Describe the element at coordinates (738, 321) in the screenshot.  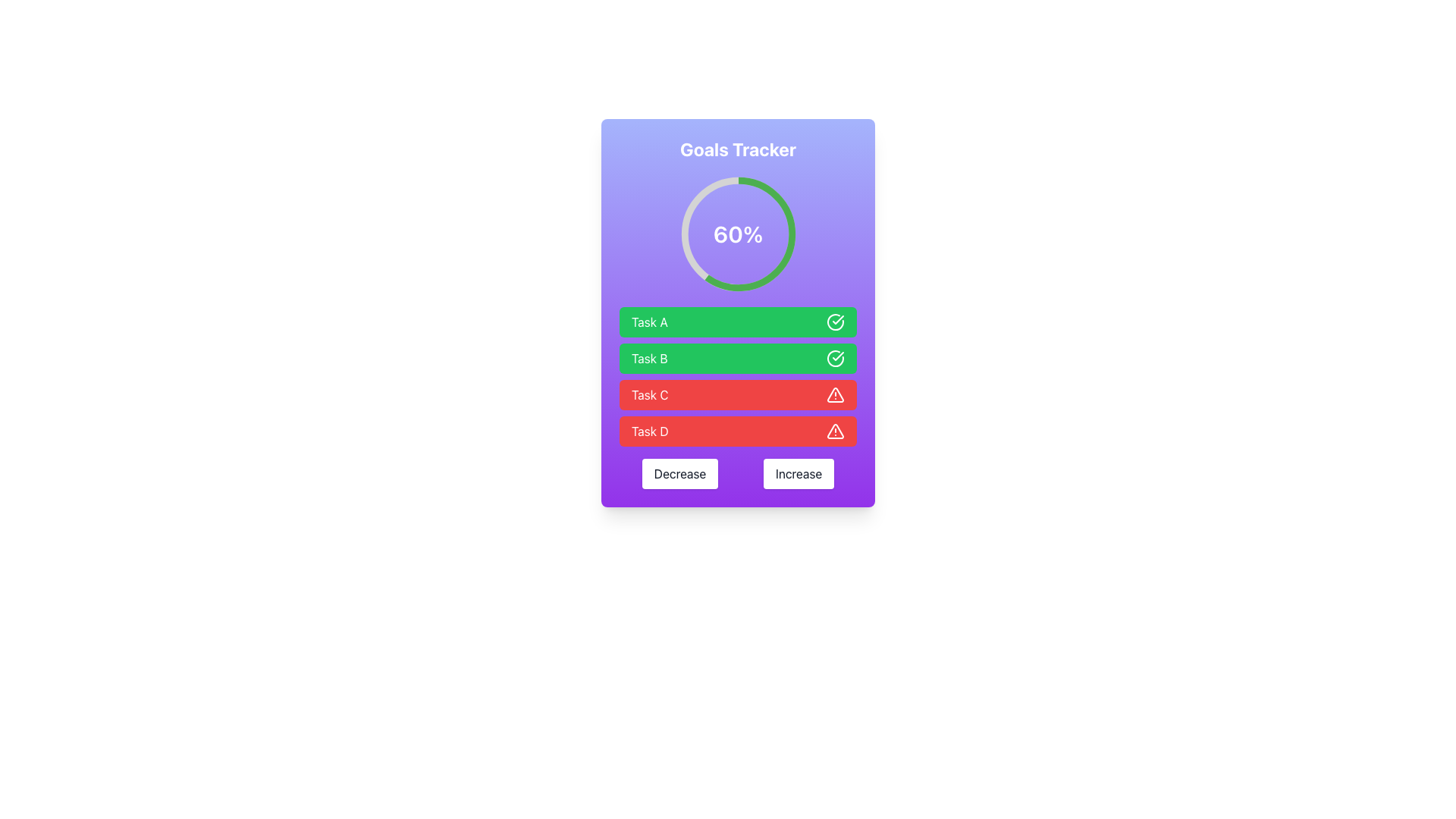
I see `the task labeled 'Task A' by clicking on its icon or text, which is the first element in the vertical list of task items` at that location.